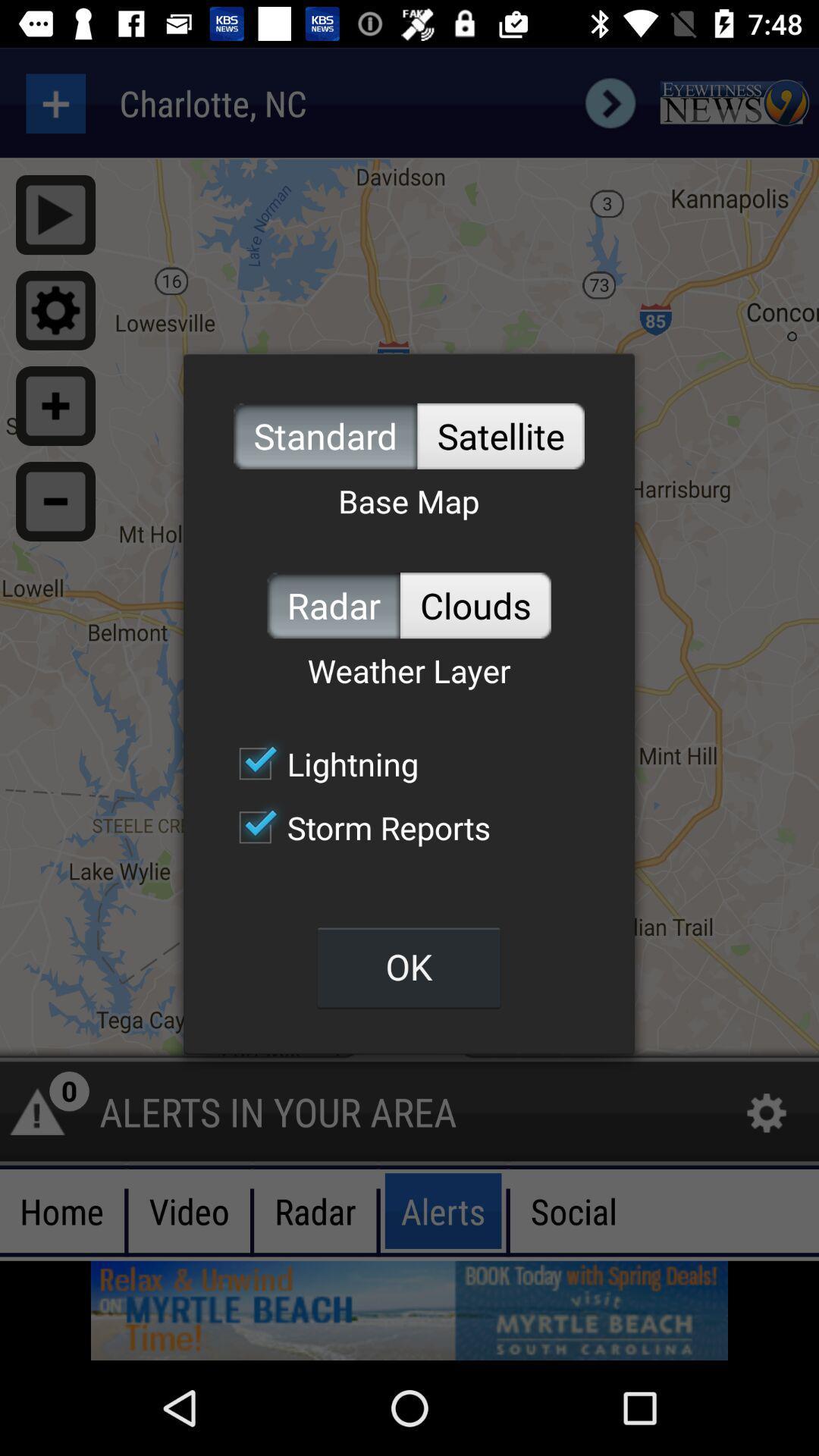 This screenshot has width=819, height=1456. I want to click on item below storm reports icon, so click(408, 966).